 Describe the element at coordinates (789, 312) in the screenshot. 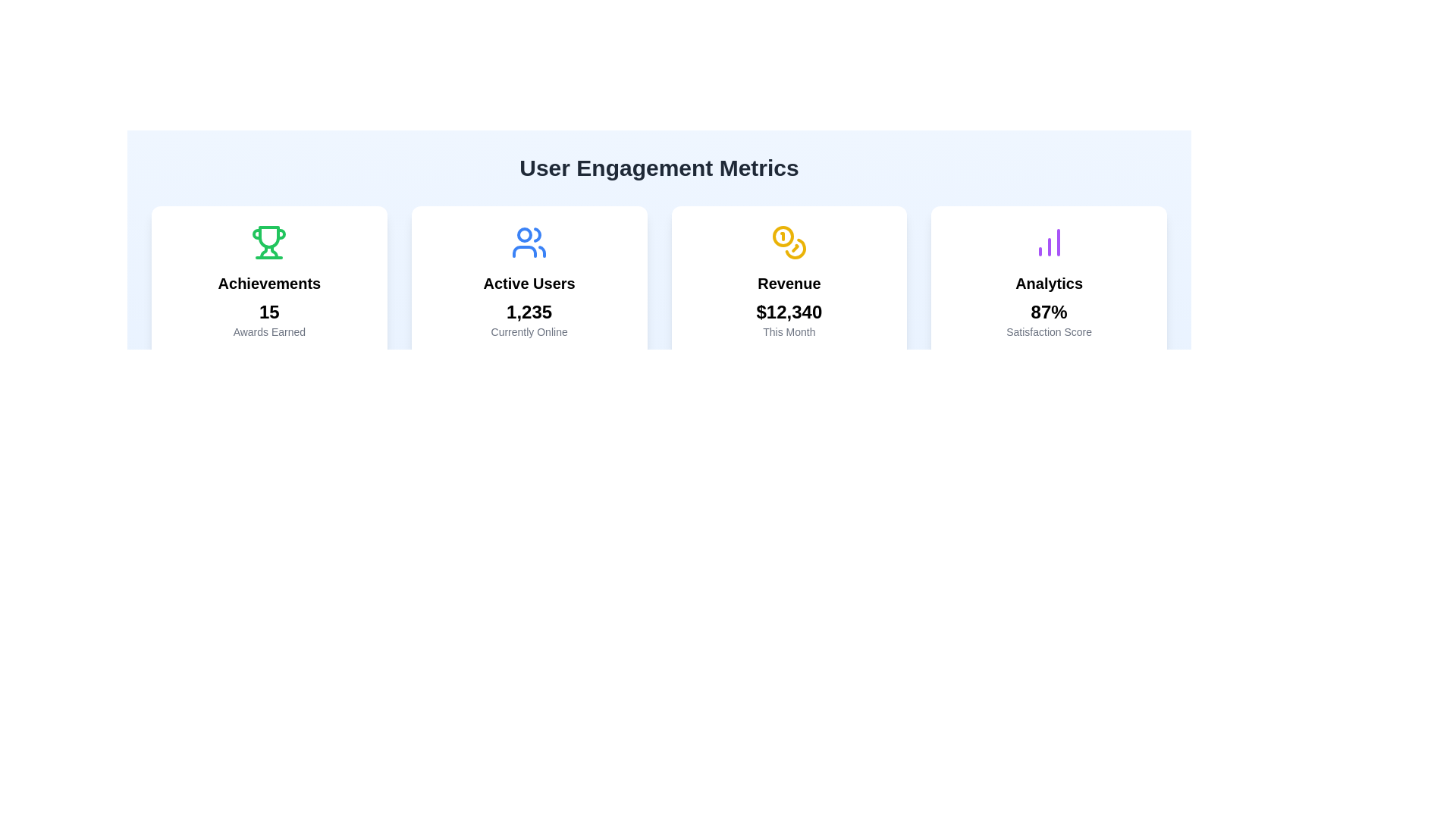

I see `the text element that displays the revenue amount, which is located centrally beneath the 'Revenue' heading in the 'Revenue' card` at that location.